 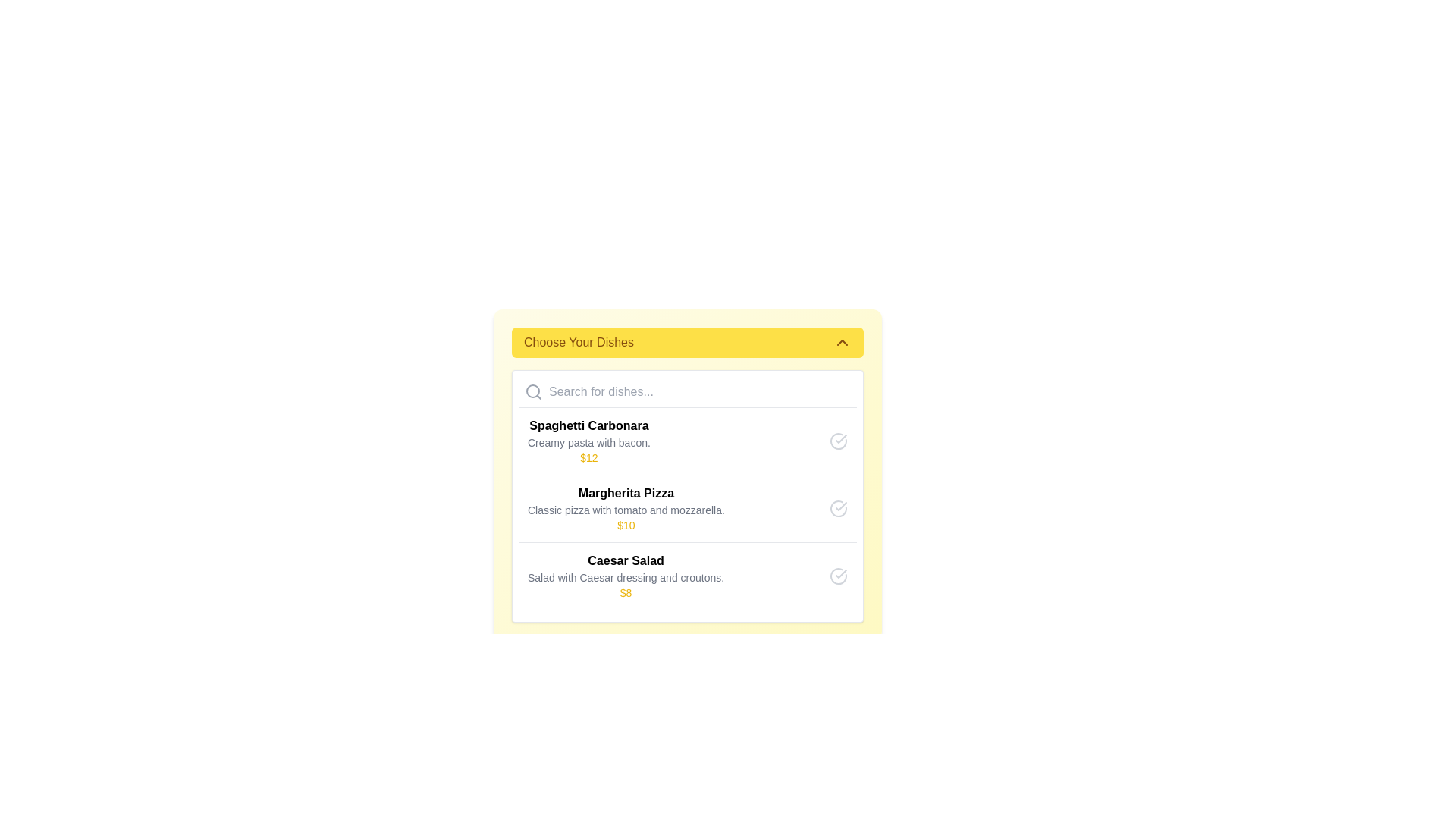 I want to click on Price indicator text displaying the value '$10' in yellow color, located below the description of 'Margherita Pizza', so click(x=626, y=525).